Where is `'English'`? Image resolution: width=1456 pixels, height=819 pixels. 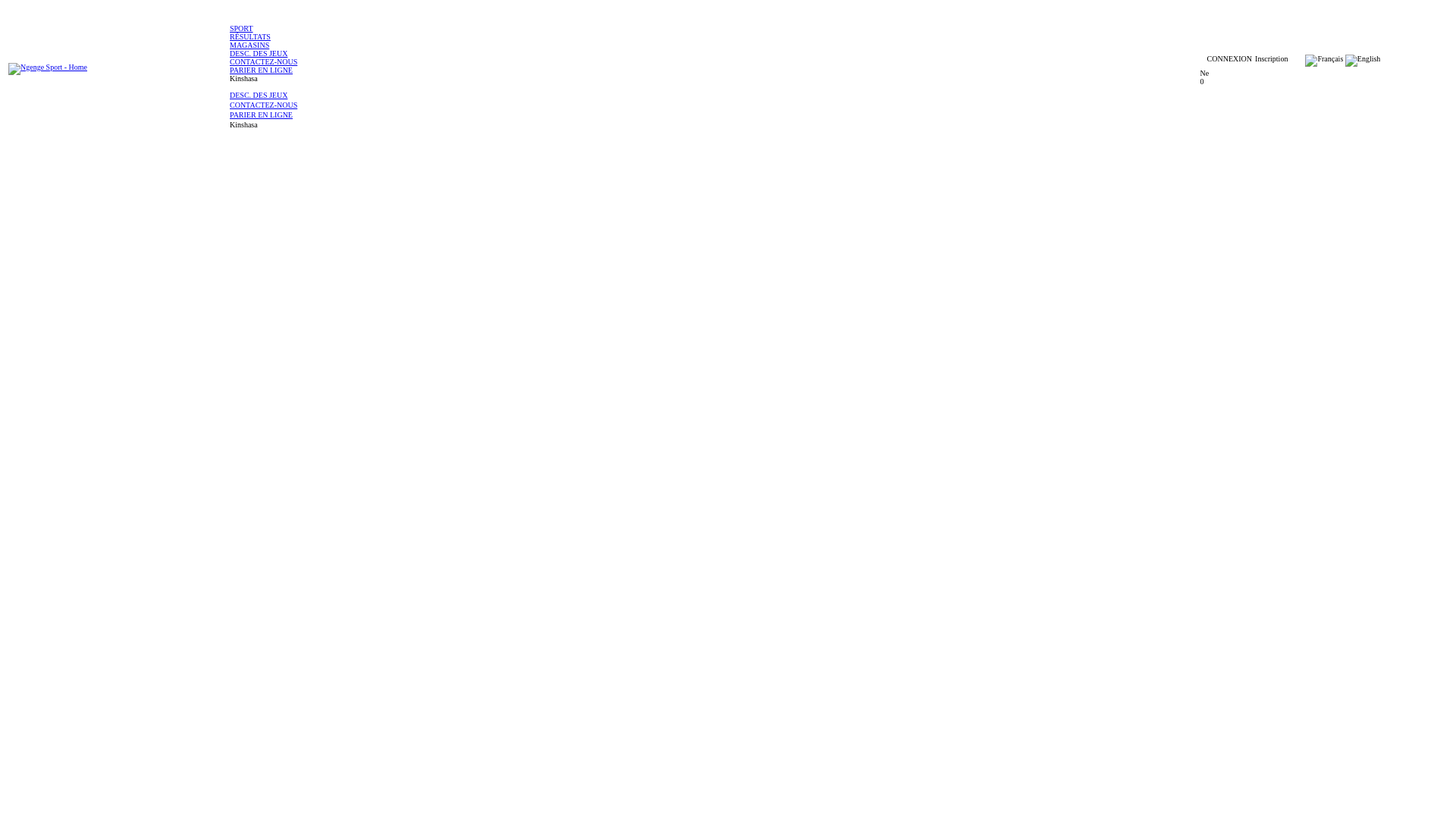
'English' is located at coordinates (1363, 60).